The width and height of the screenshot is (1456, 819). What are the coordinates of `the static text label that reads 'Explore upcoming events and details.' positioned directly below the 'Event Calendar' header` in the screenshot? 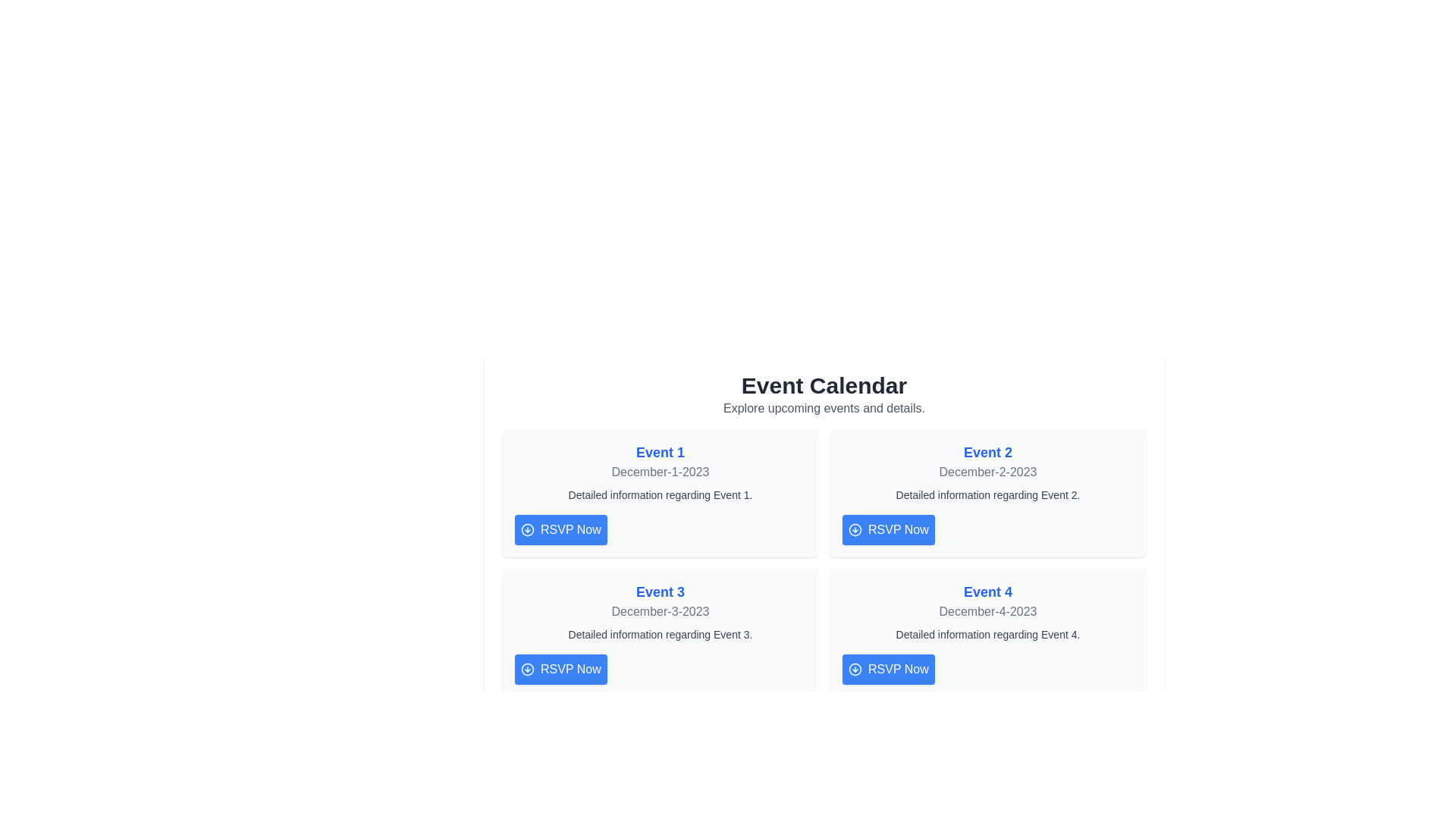 It's located at (823, 408).